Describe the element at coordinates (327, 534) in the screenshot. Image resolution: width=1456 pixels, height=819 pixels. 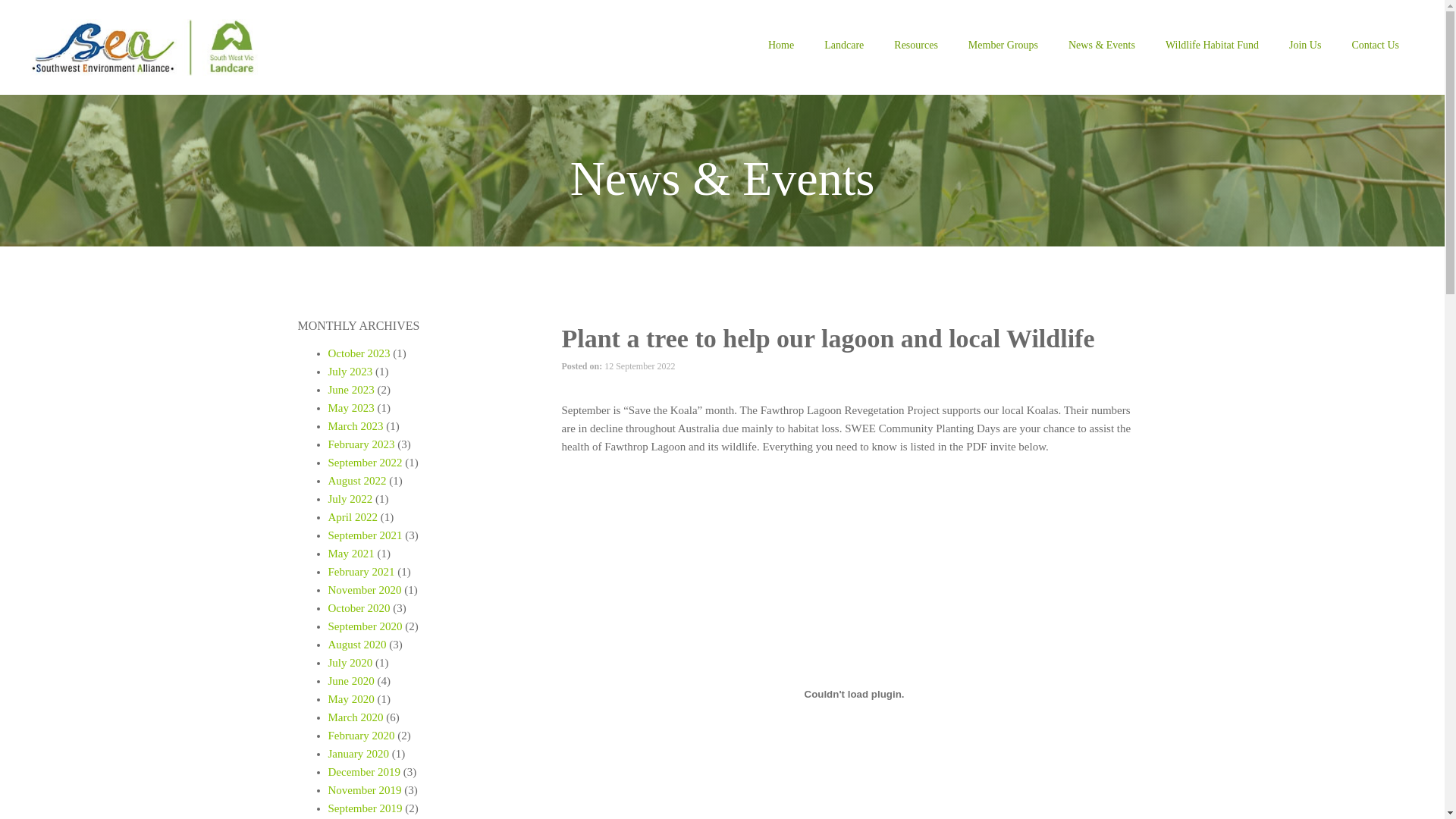
I see `'September 2021'` at that location.